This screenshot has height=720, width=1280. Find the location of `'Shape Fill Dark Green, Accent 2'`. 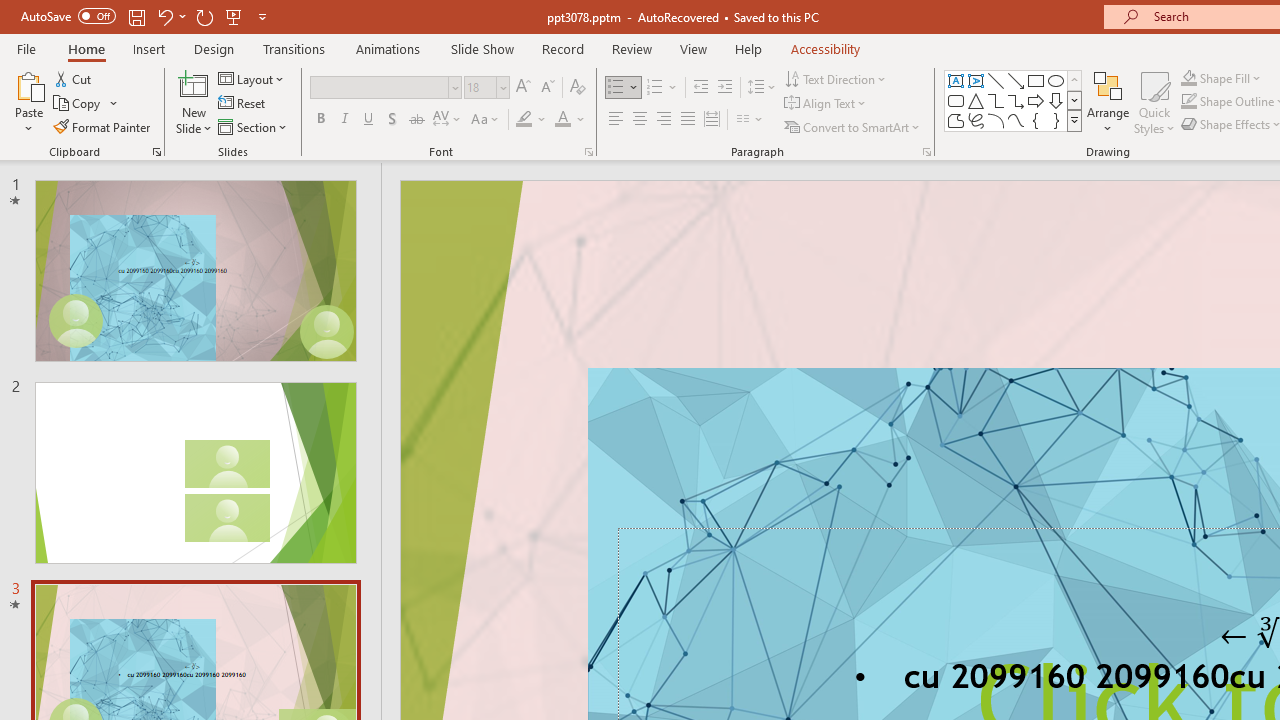

'Shape Fill Dark Green, Accent 2' is located at coordinates (1189, 77).